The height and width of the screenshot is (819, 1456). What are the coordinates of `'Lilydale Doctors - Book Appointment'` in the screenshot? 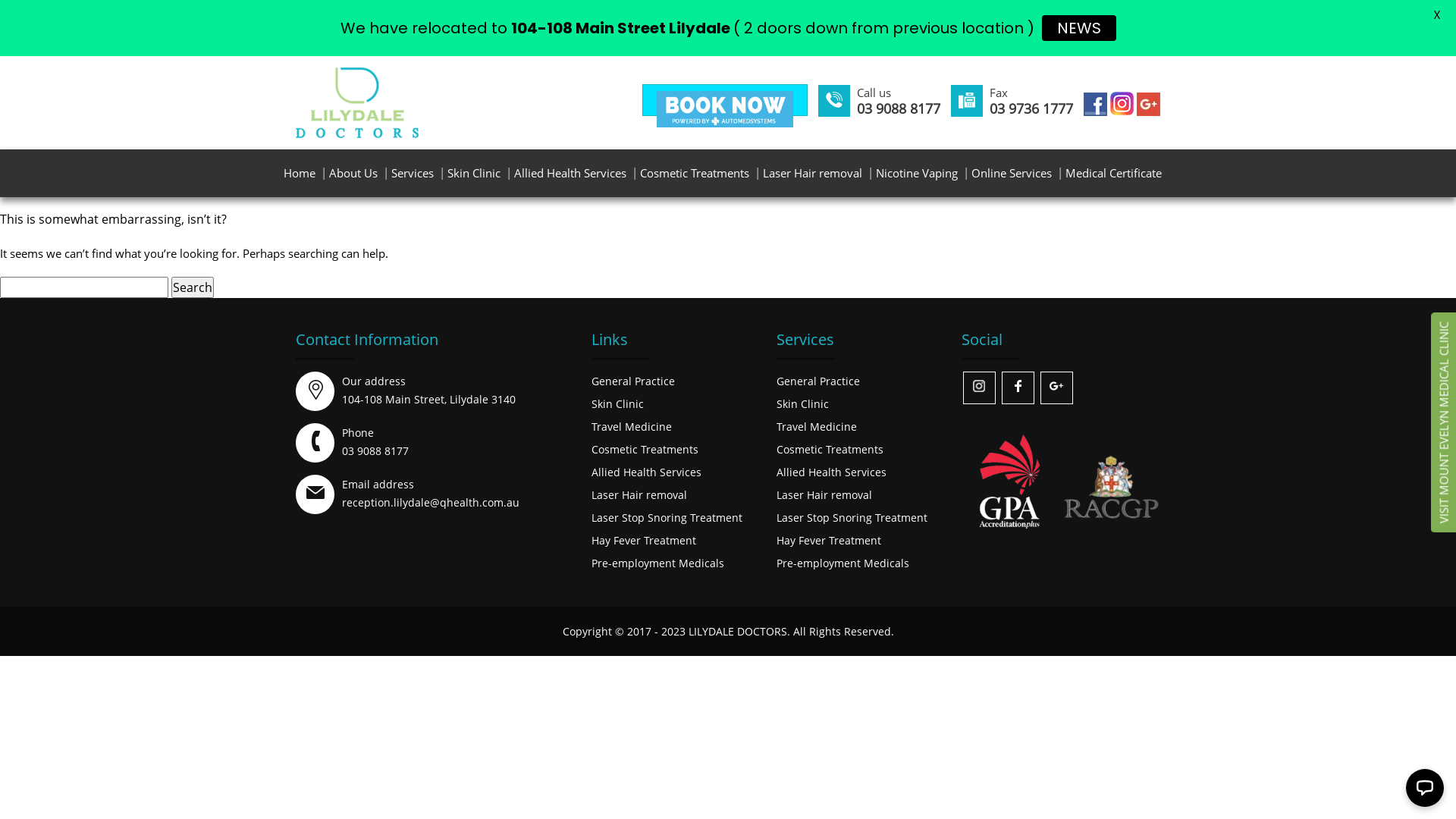 It's located at (656, 108).